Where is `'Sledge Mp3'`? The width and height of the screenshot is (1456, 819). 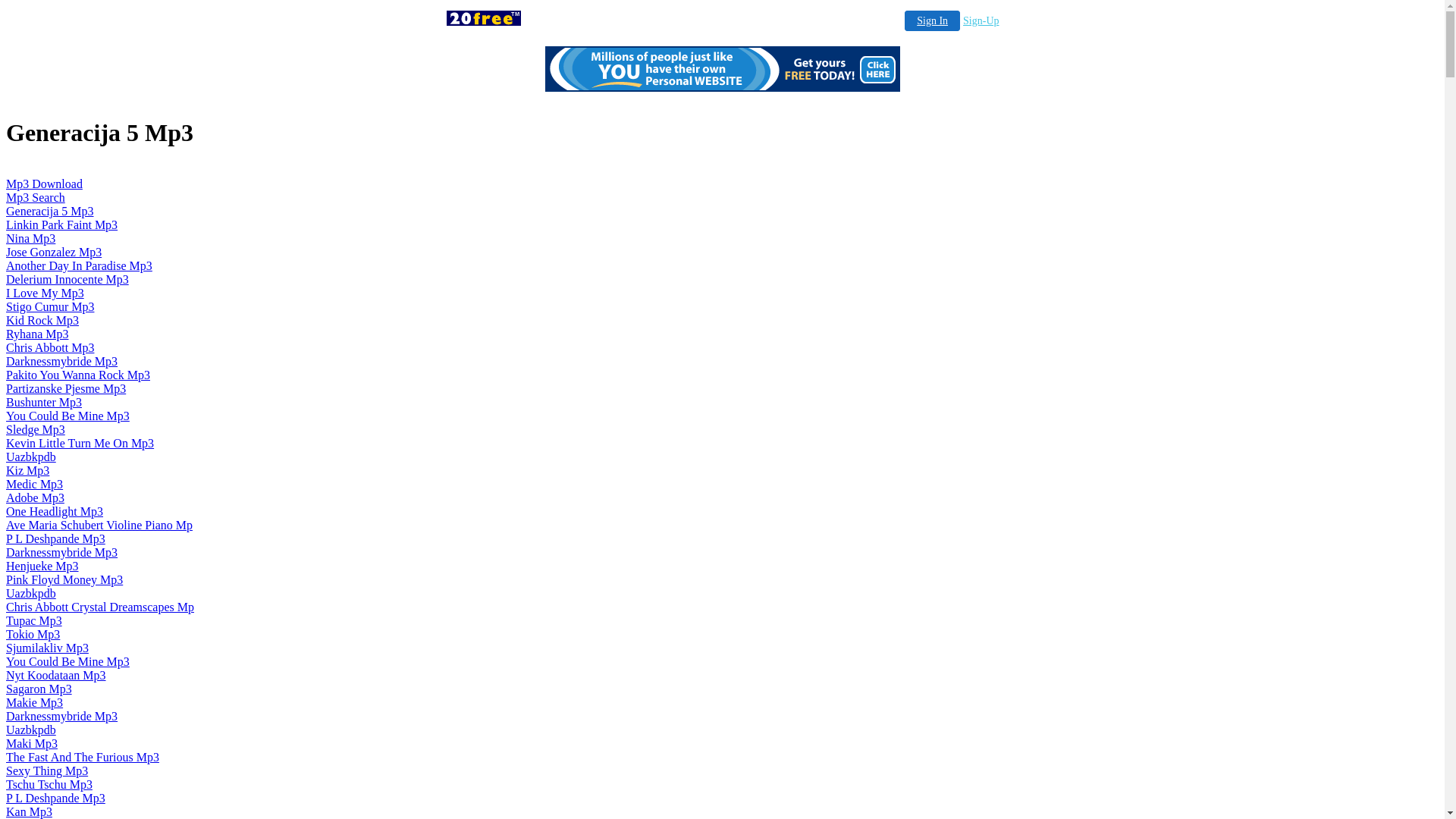 'Sledge Mp3' is located at coordinates (36, 429).